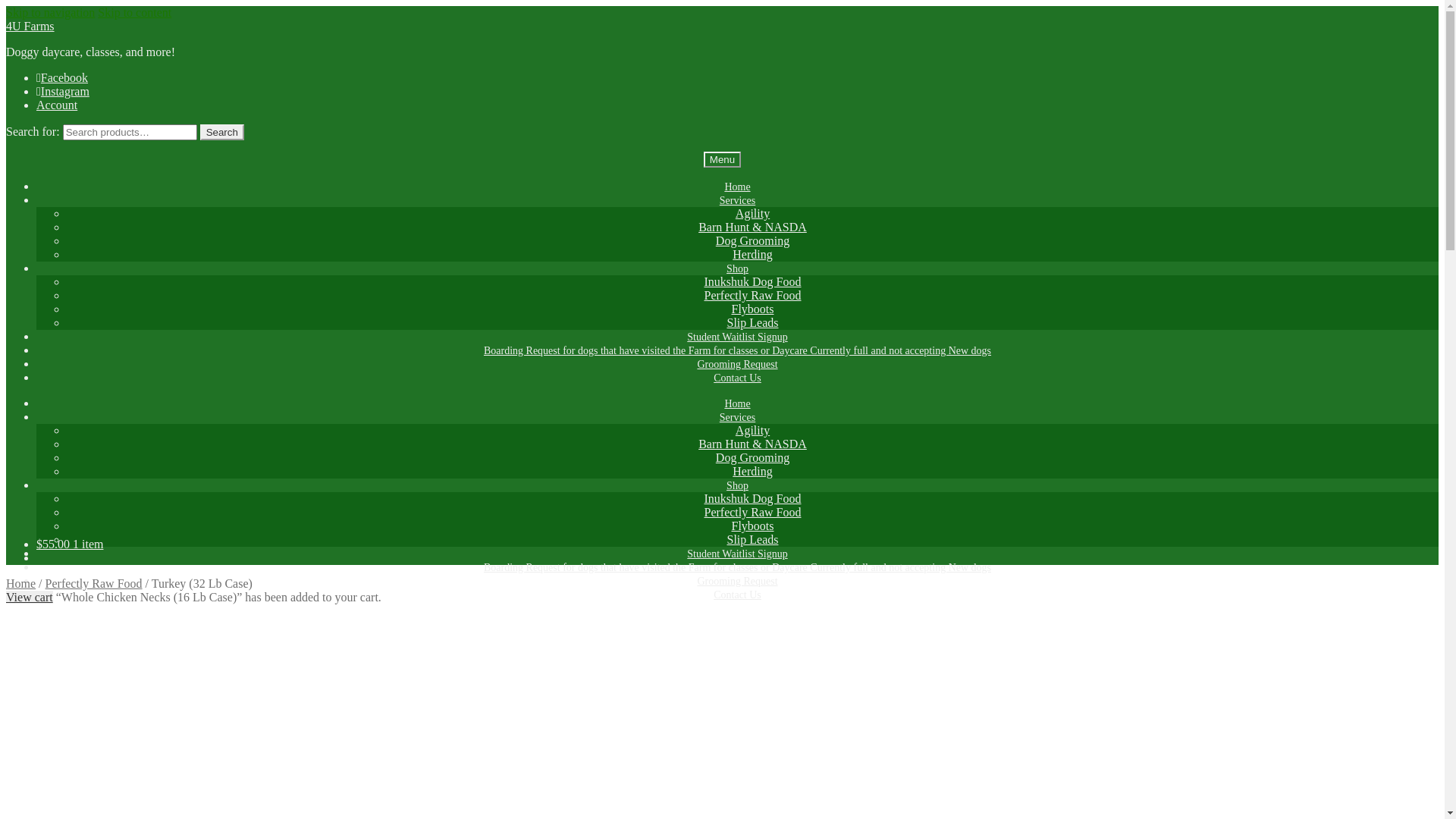  Describe the element at coordinates (57, 104) in the screenshot. I see `'Account'` at that location.